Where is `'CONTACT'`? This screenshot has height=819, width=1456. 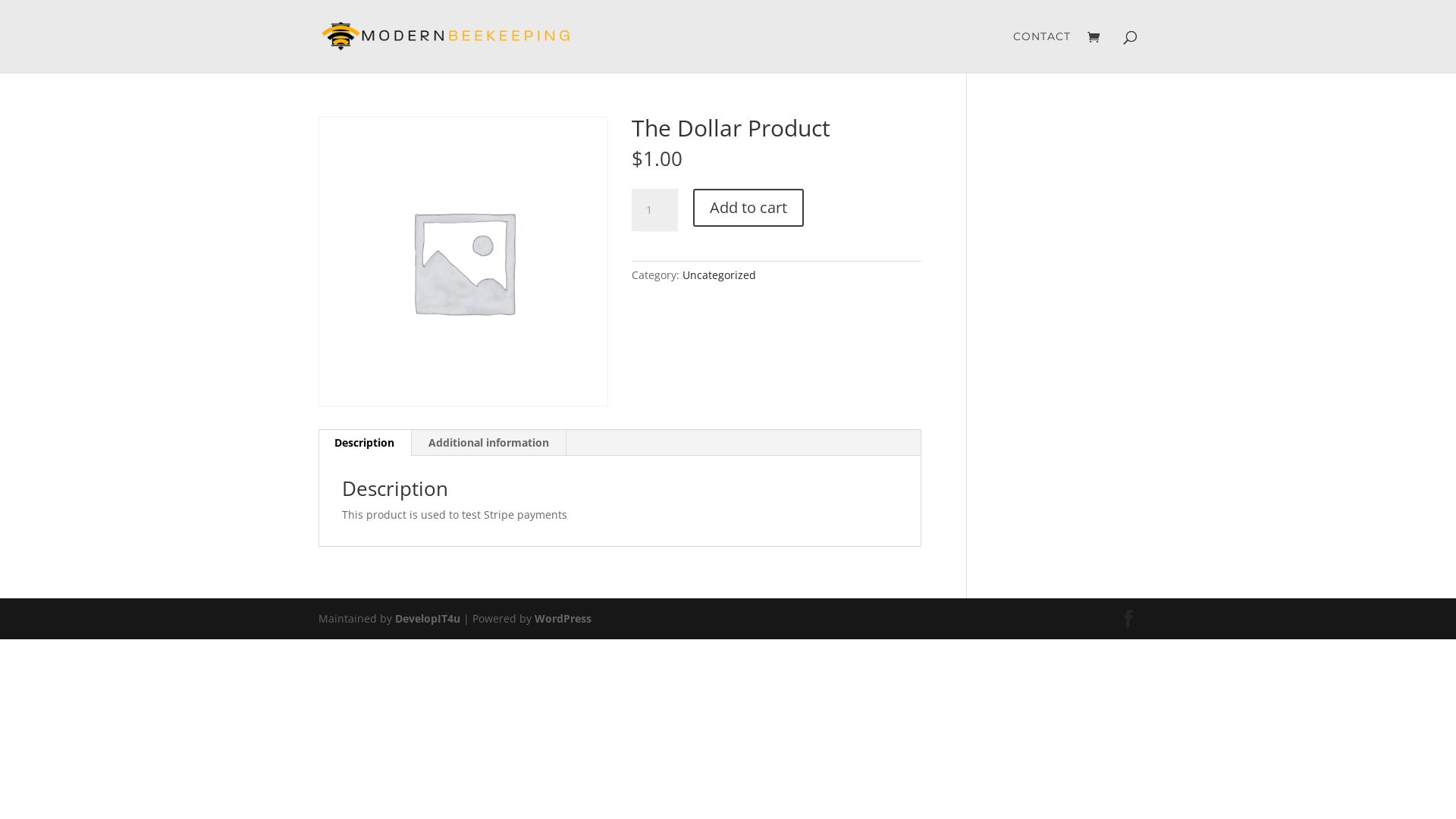 'CONTACT' is located at coordinates (1040, 51).